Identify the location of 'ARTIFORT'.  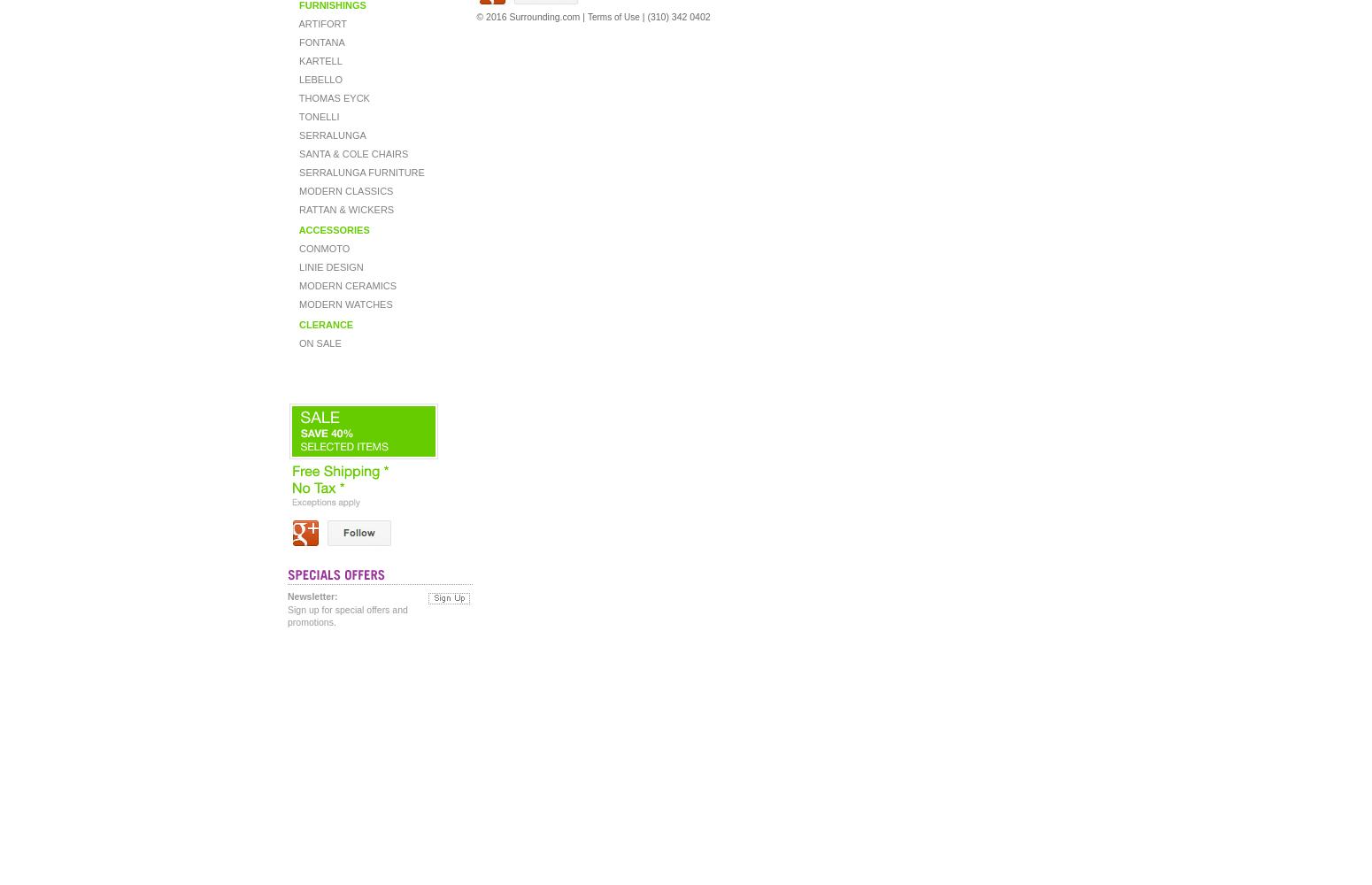
(320, 24).